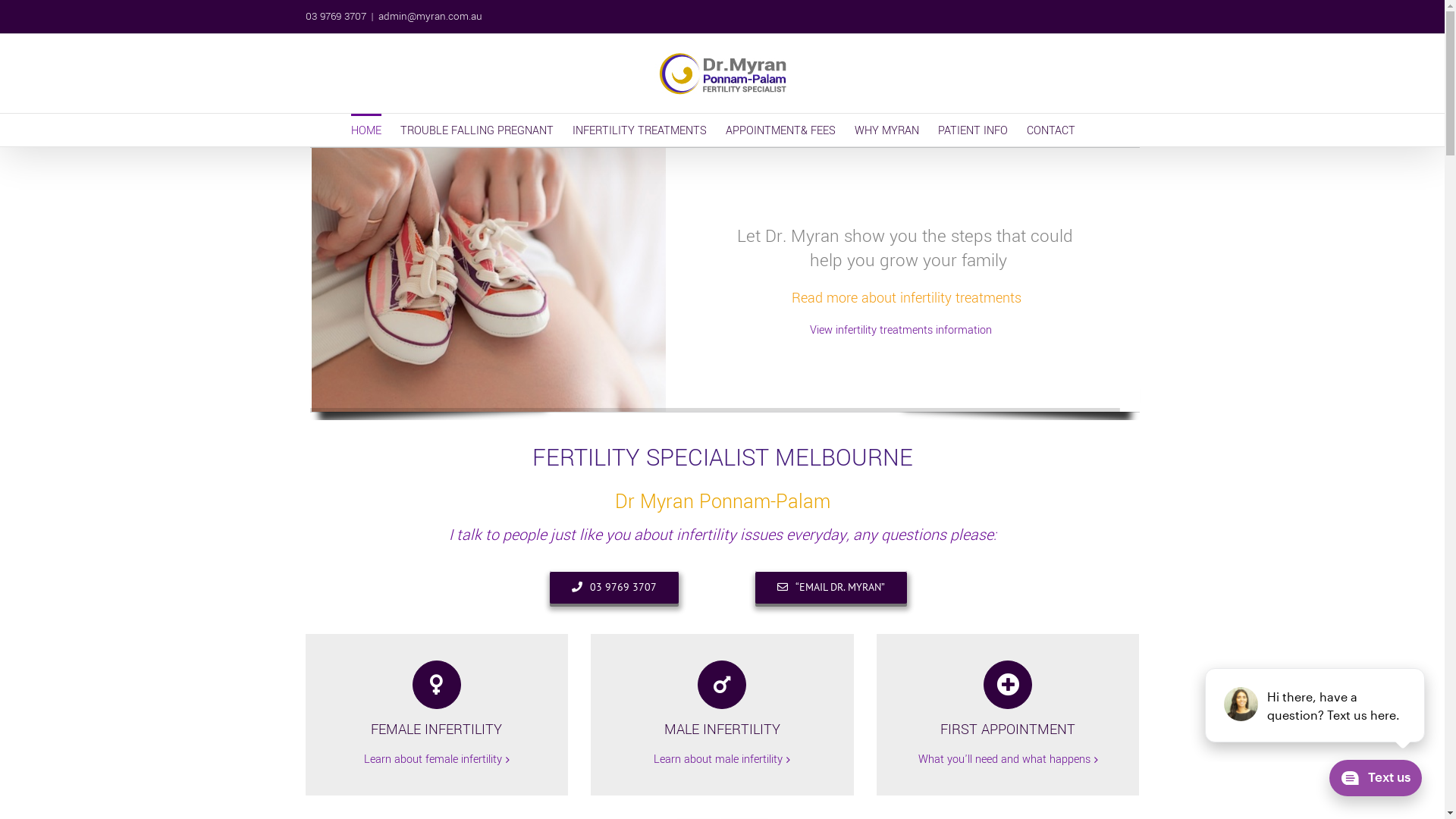 This screenshot has width=1456, height=819. Describe the element at coordinates (1004, 760) in the screenshot. I see `'What you'll need and what happens'` at that location.